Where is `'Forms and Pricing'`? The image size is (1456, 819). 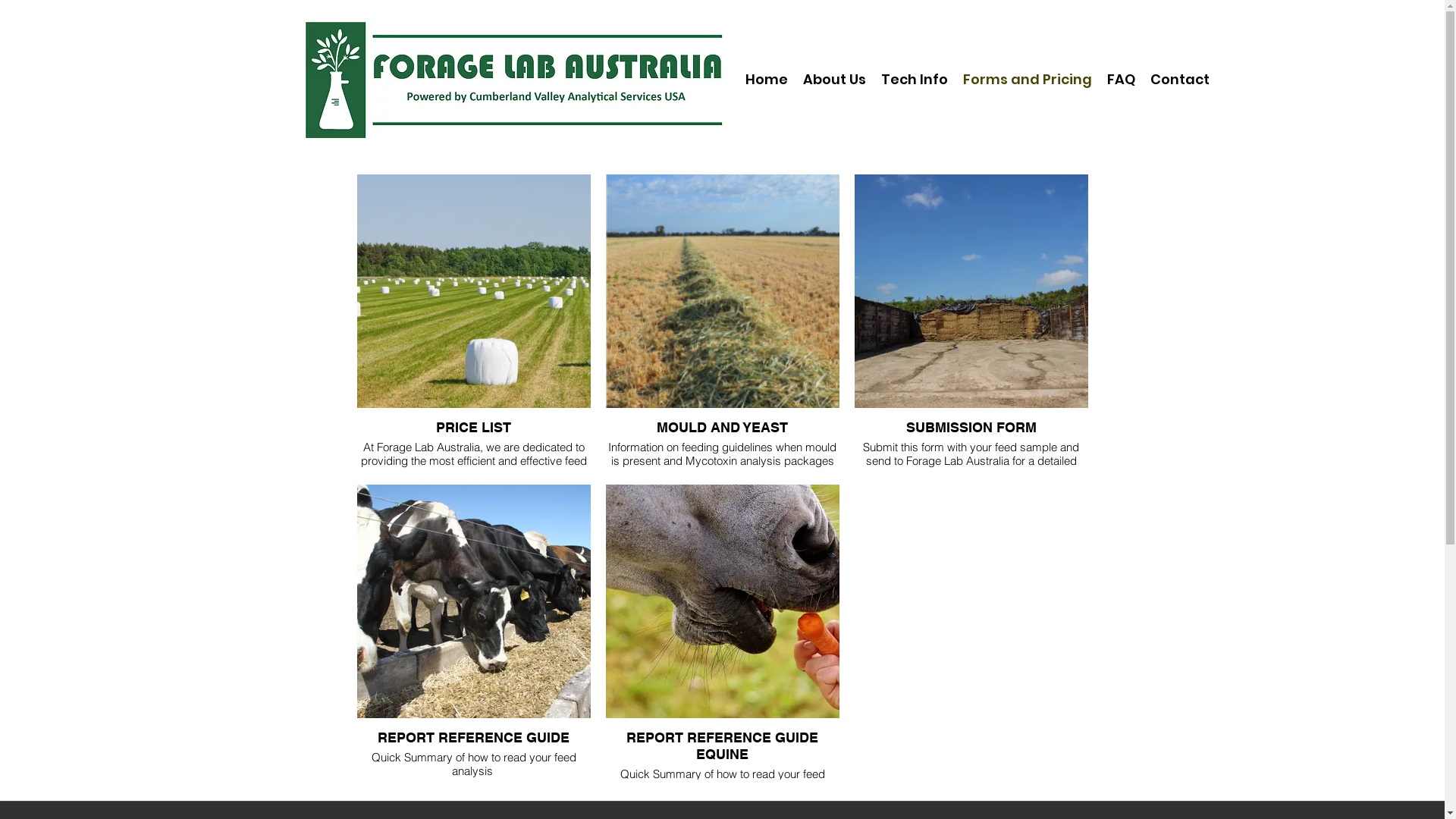
'Forms and Pricing' is located at coordinates (1027, 79).